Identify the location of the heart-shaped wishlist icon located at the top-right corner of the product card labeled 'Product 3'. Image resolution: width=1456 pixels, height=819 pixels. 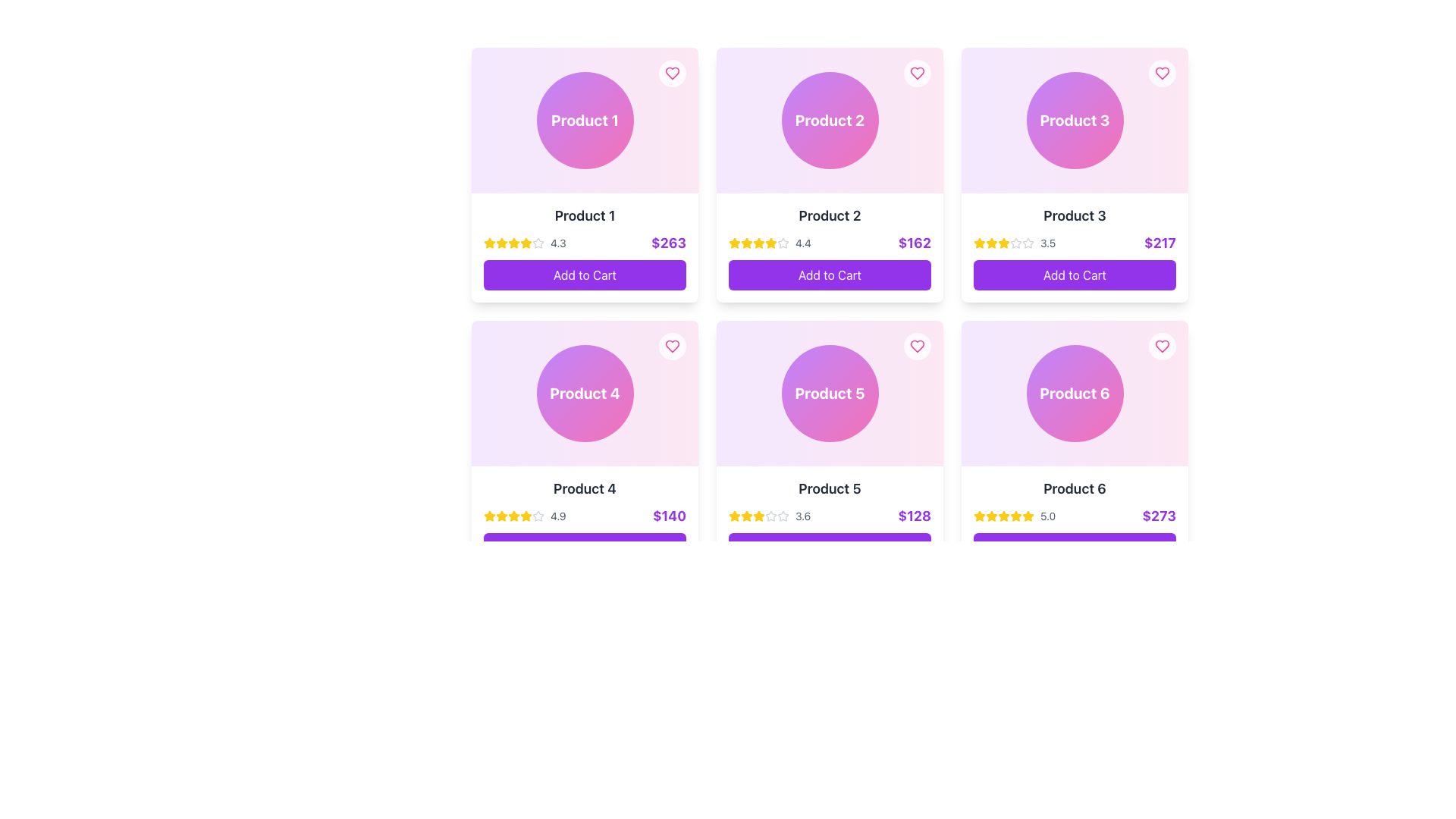
(1161, 73).